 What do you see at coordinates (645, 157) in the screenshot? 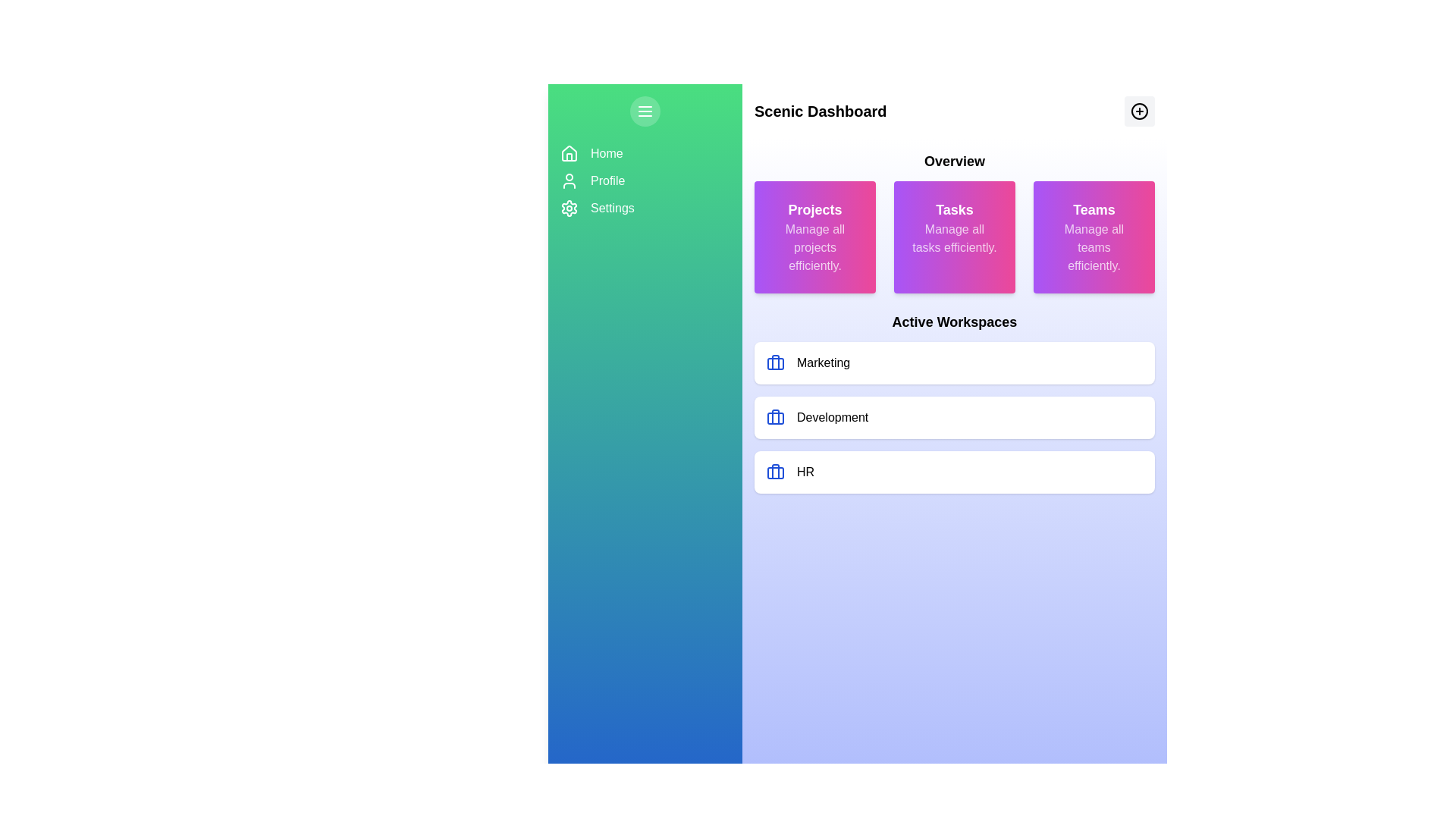
I see `the 'Home' menu item in the navigation panel` at bounding box center [645, 157].